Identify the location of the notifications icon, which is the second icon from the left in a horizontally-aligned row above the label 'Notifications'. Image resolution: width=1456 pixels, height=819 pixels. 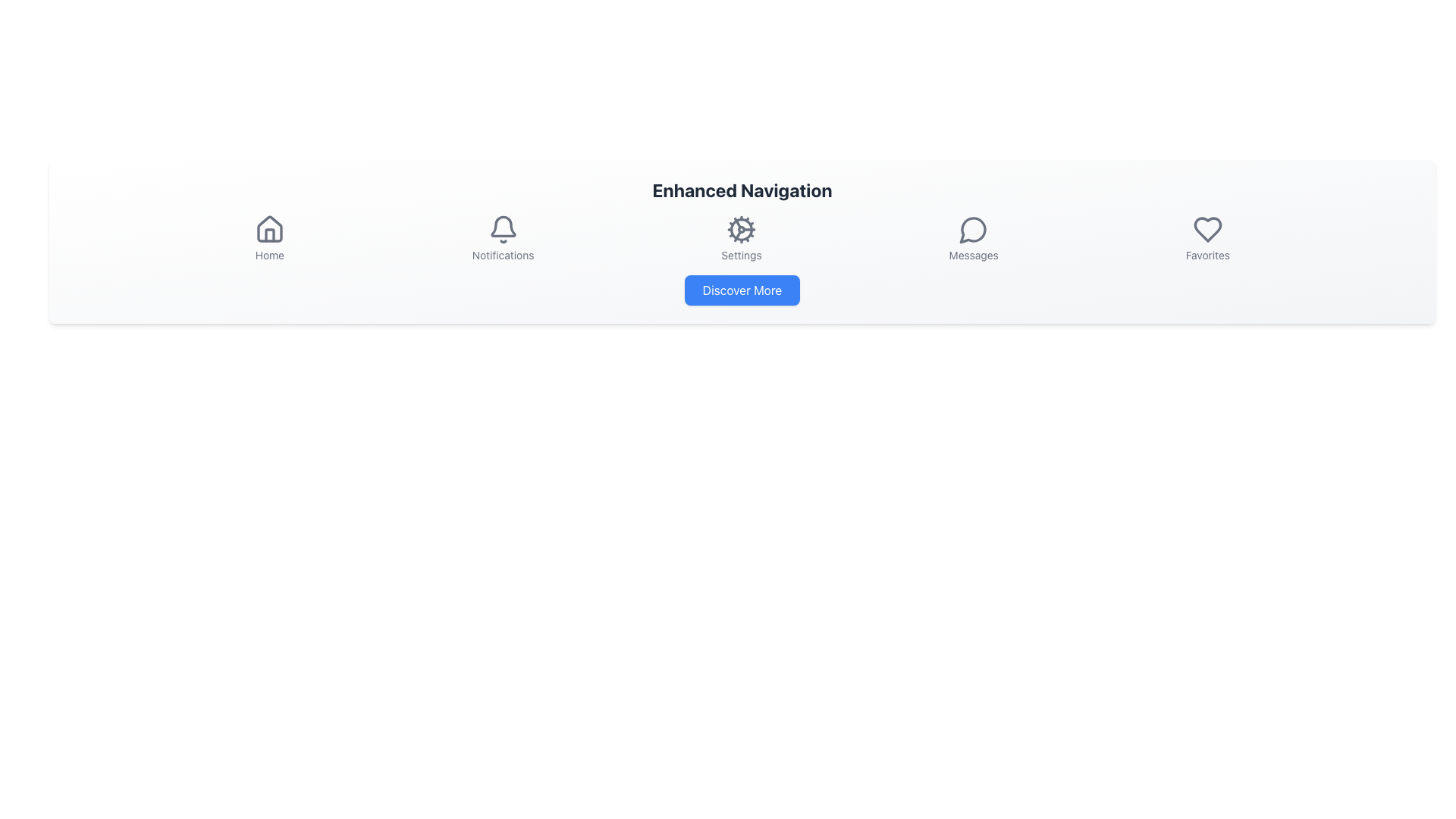
(503, 226).